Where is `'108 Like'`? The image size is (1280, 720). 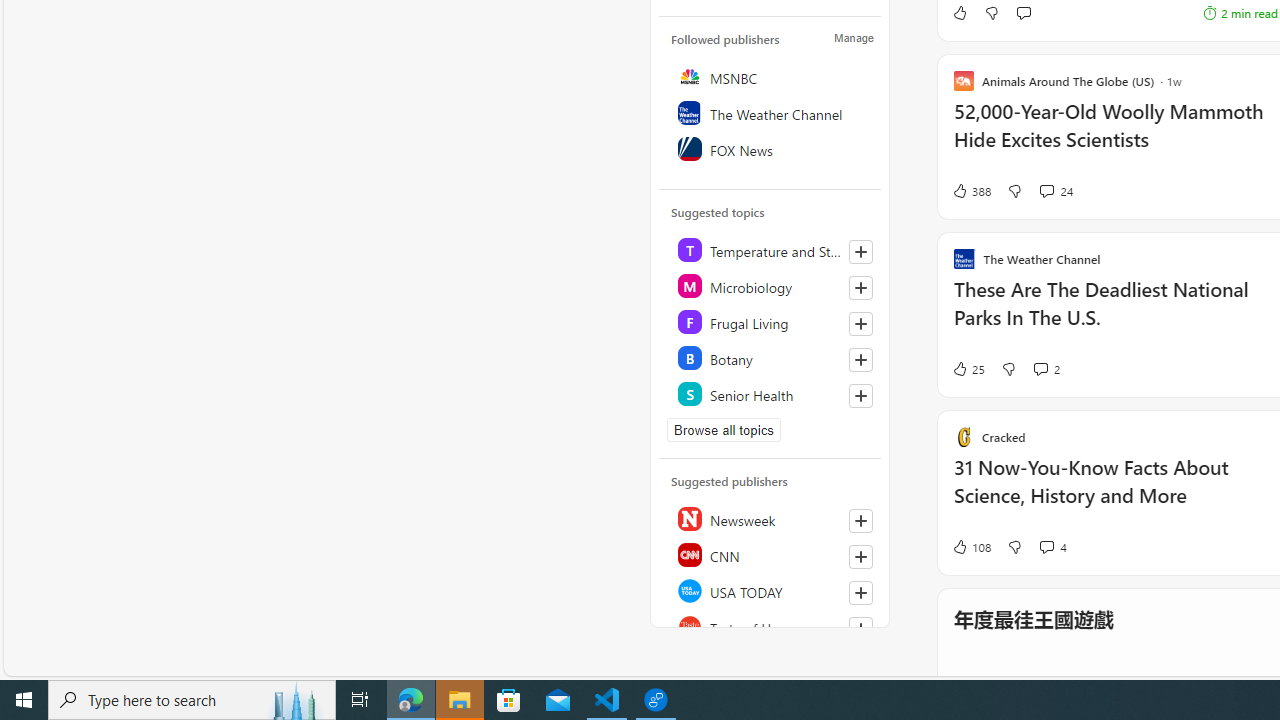 '108 Like' is located at coordinates (970, 546).